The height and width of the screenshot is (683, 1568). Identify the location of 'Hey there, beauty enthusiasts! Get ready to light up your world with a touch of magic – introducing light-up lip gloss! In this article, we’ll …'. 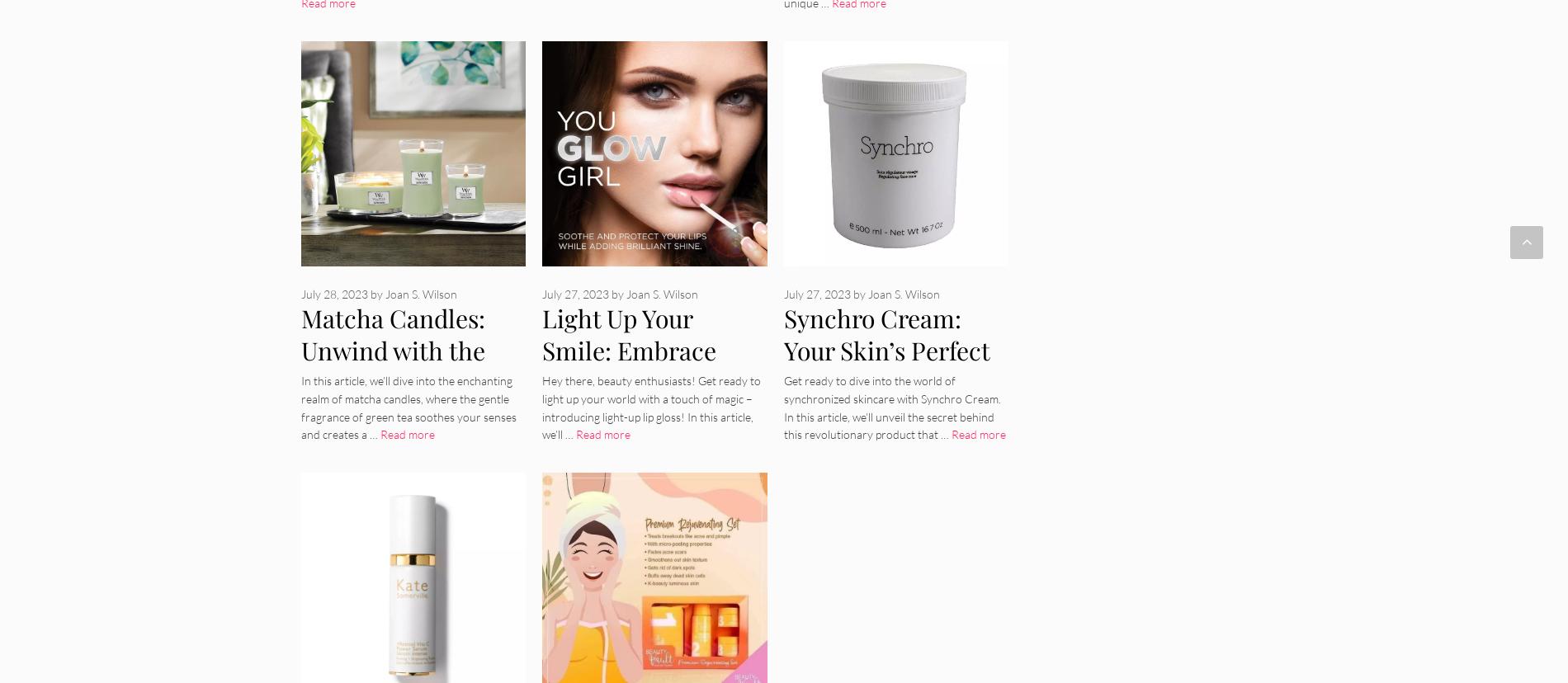
(650, 407).